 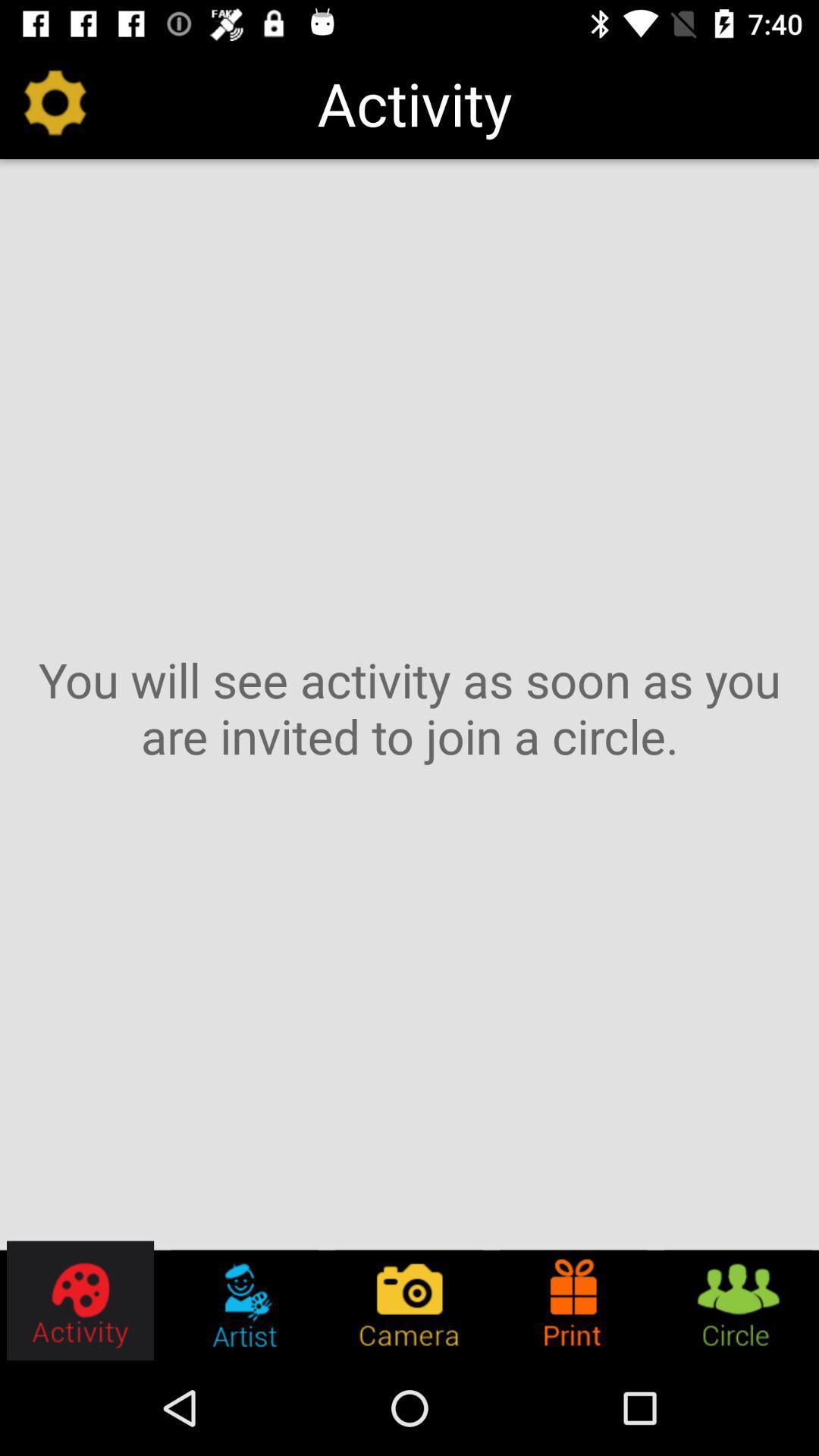 What do you see at coordinates (573, 1300) in the screenshot?
I see `icon below you will see` at bounding box center [573, 1300].